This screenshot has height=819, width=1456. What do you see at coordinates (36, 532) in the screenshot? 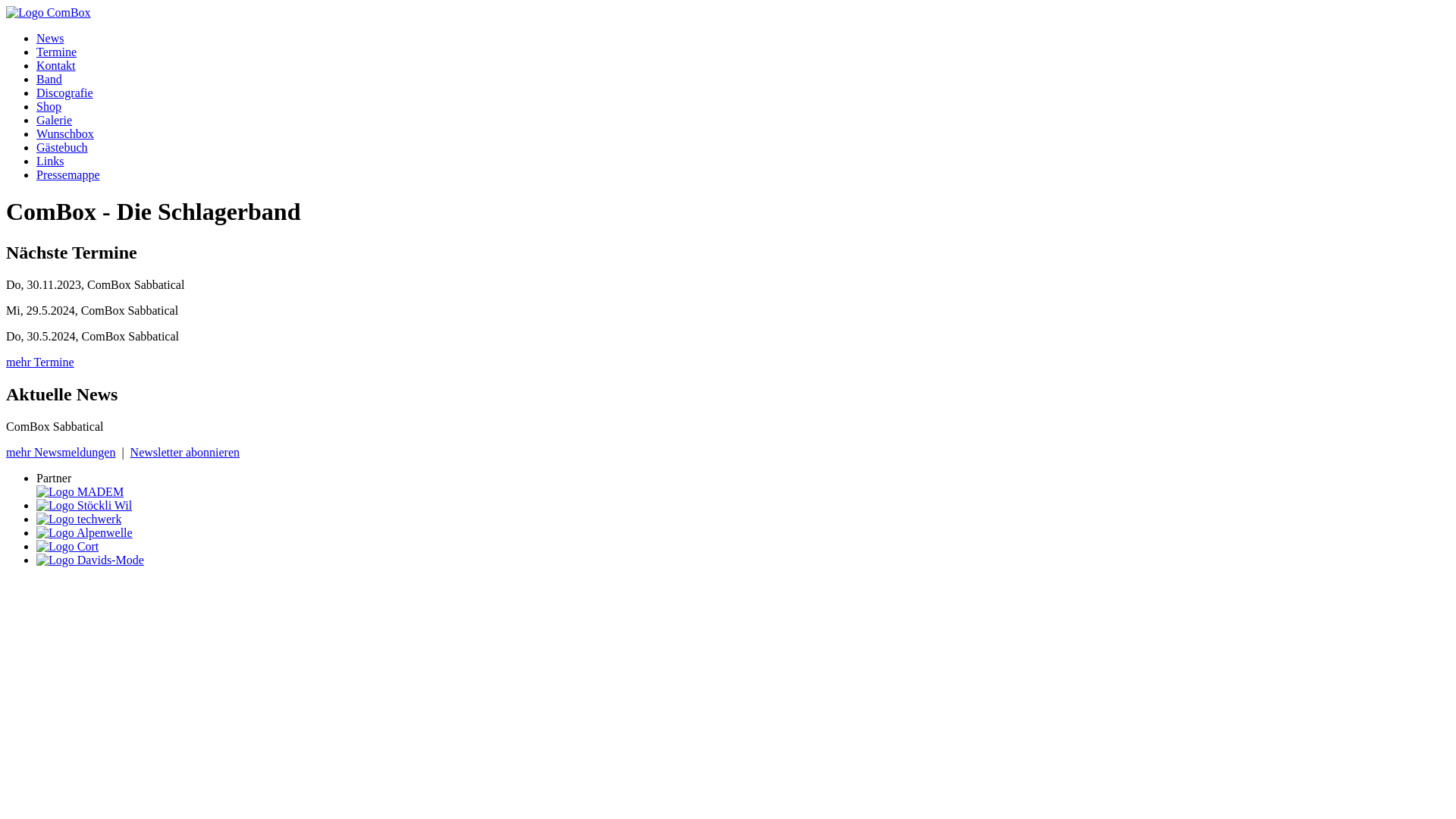
I see `'Link zu Alpenwelle'` at bounding box center [36, 532].